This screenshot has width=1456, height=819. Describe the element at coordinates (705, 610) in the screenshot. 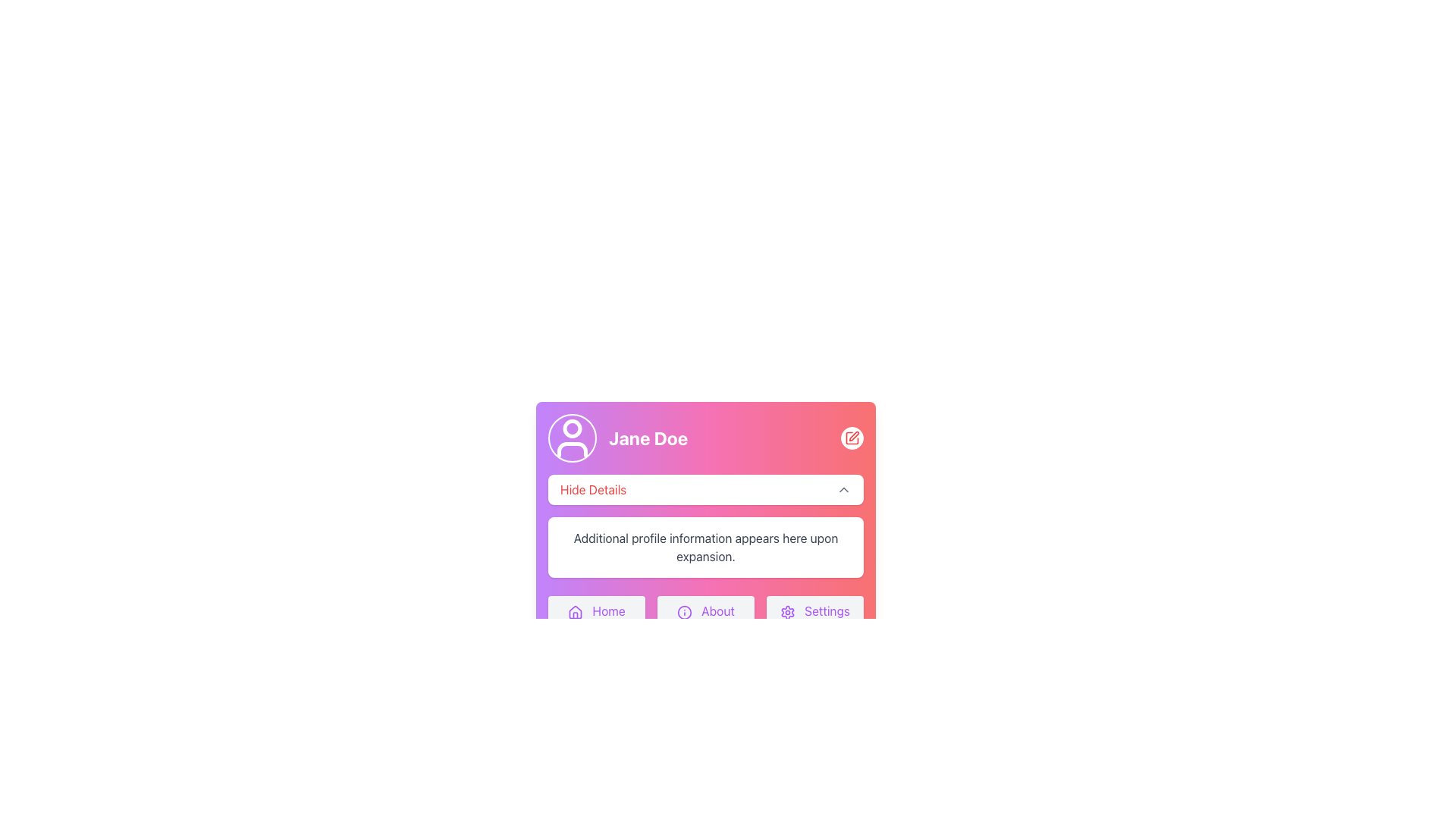

I see `the 'About' button, which is a rectangular button with rounded corners, featuring a light gray background and purple text` at that location.